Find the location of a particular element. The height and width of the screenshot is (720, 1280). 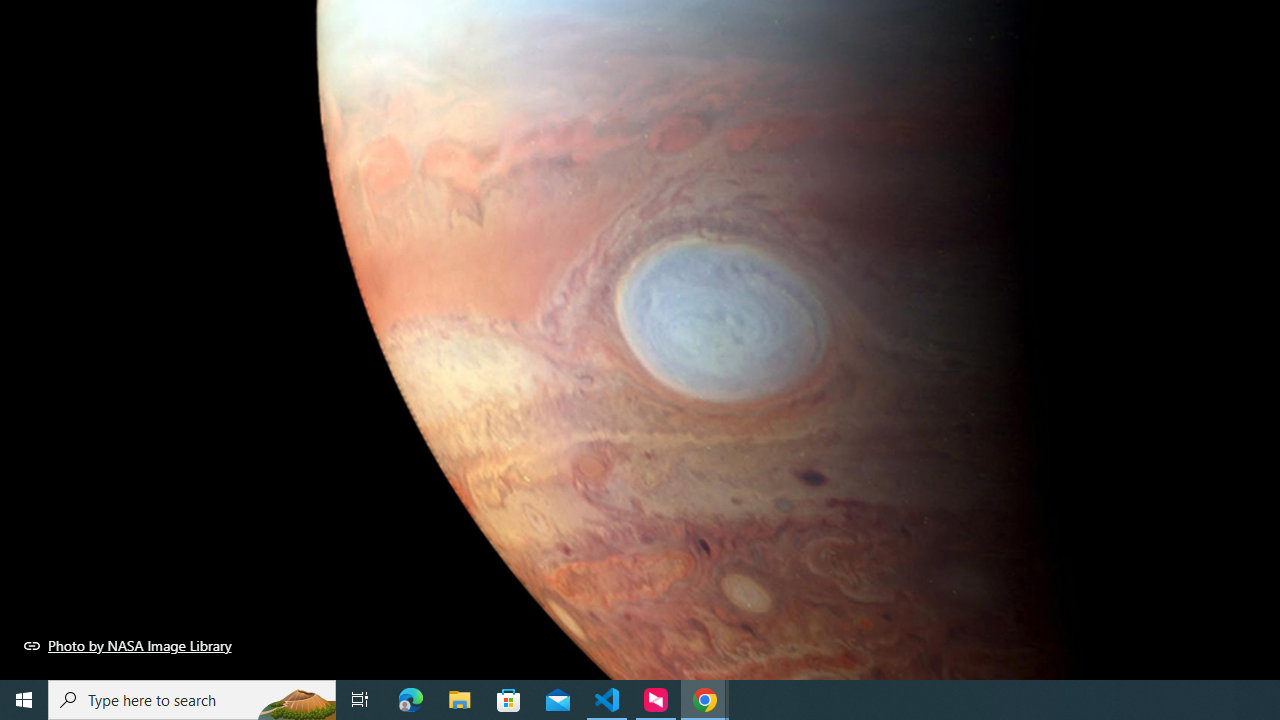

'Photo by NASA Image Library' is located at coordinates (127, 645).